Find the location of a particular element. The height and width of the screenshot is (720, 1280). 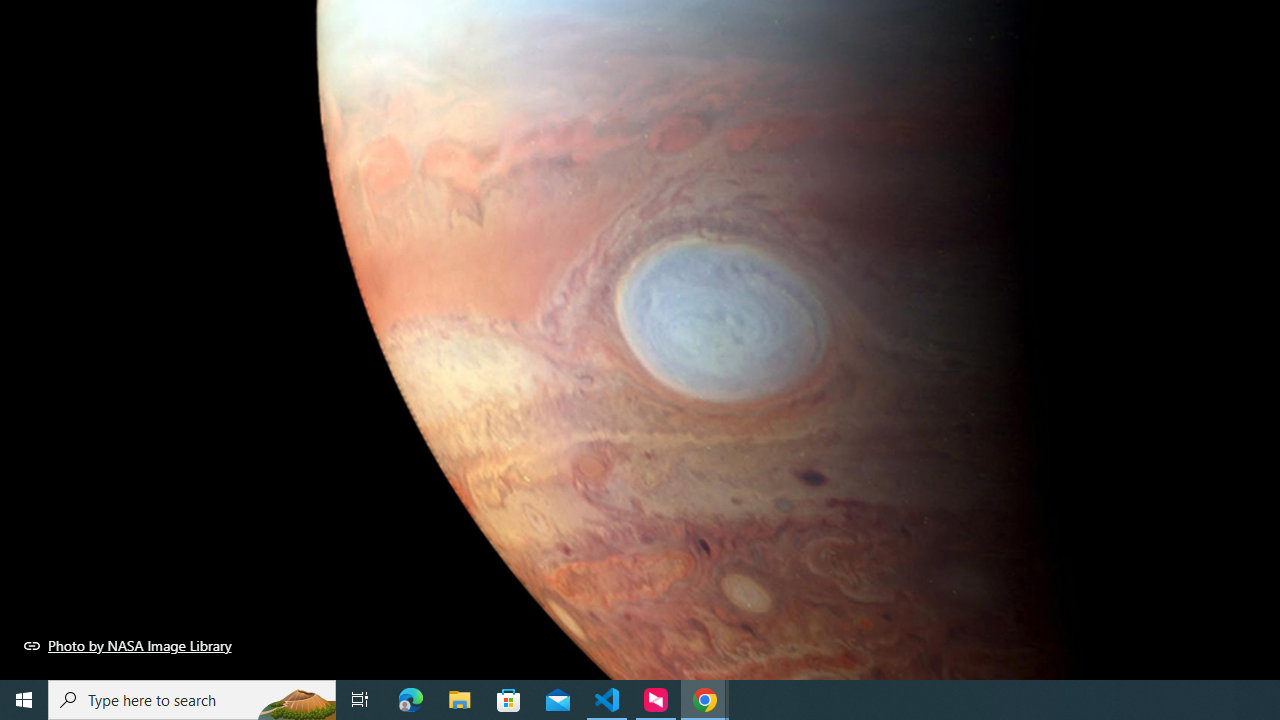

'Photo by NASA Image Library' is located at coordinates (127, 645).